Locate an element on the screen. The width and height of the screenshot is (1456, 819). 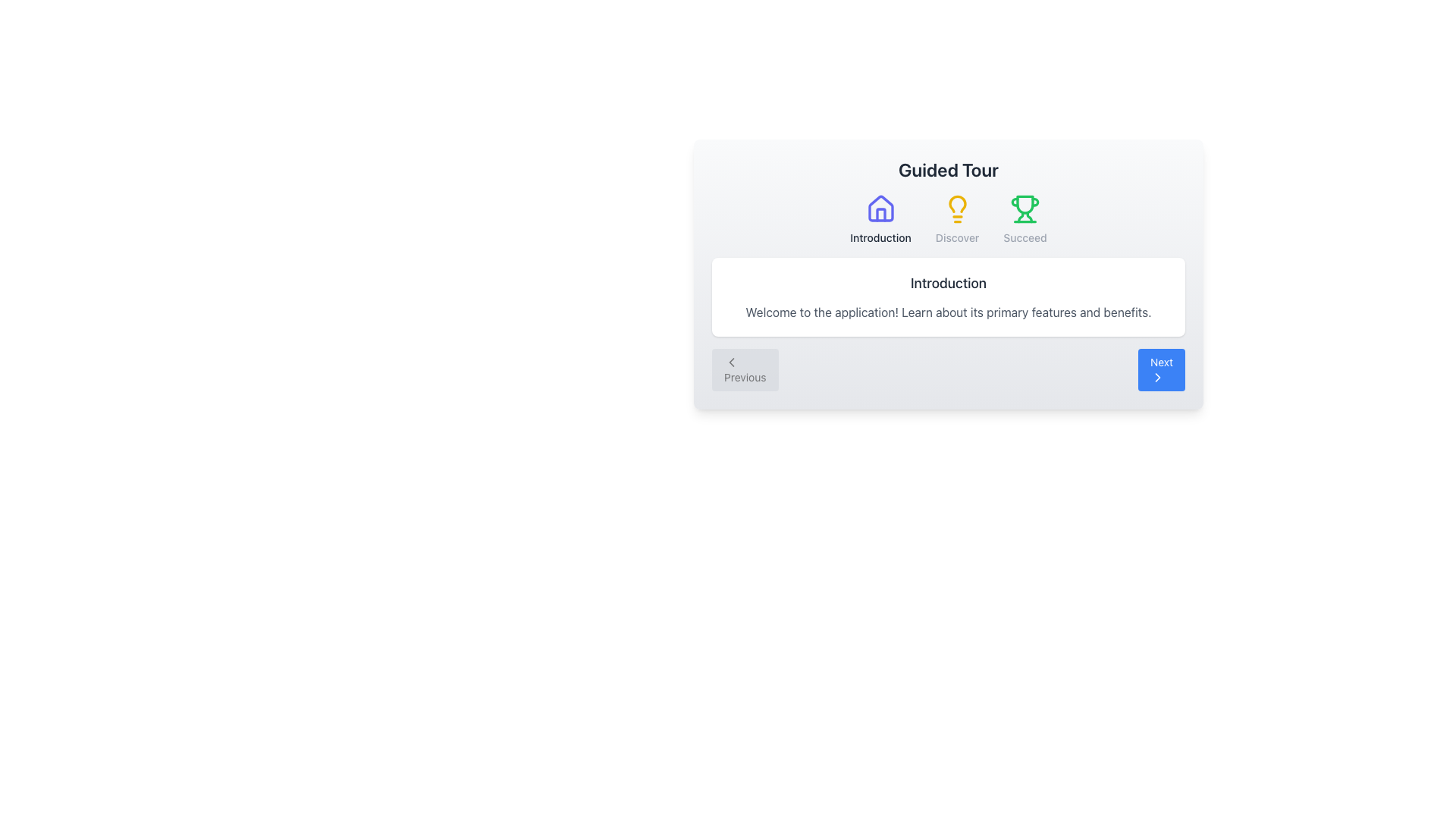
the Text Block that says 'Welcome to the application! Learn about its primary features and benefits.' which is located under the 'Introduction' header within a white card element is located at coordinates (948, 312).